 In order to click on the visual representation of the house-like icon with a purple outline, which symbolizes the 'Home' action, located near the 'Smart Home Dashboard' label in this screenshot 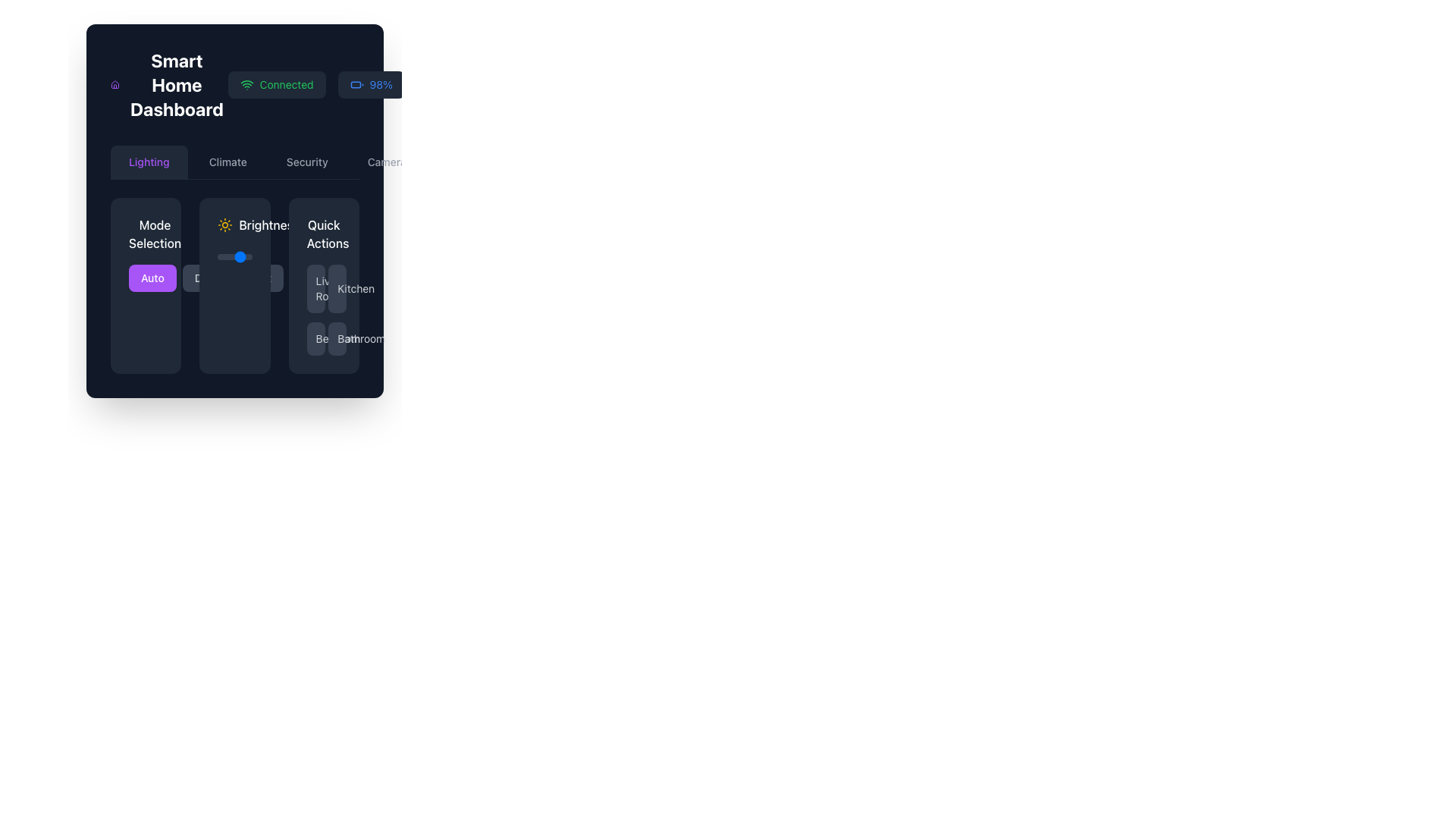, I will do `click(115, 84)`.